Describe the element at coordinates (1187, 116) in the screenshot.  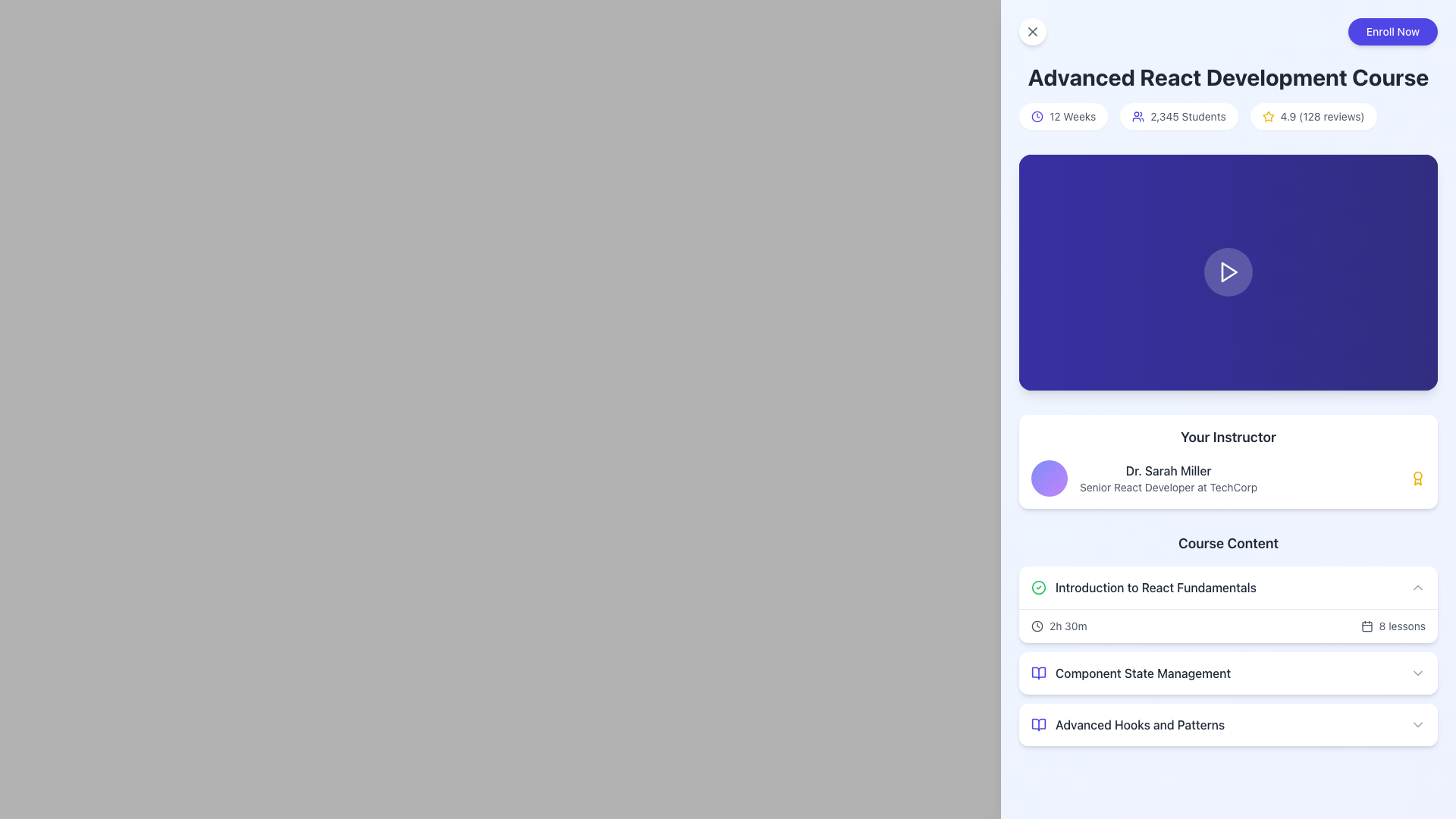
I see `the informational text label indicating the number of students enrolled in the course, which is centrally located across the top section of the interface` at that location.